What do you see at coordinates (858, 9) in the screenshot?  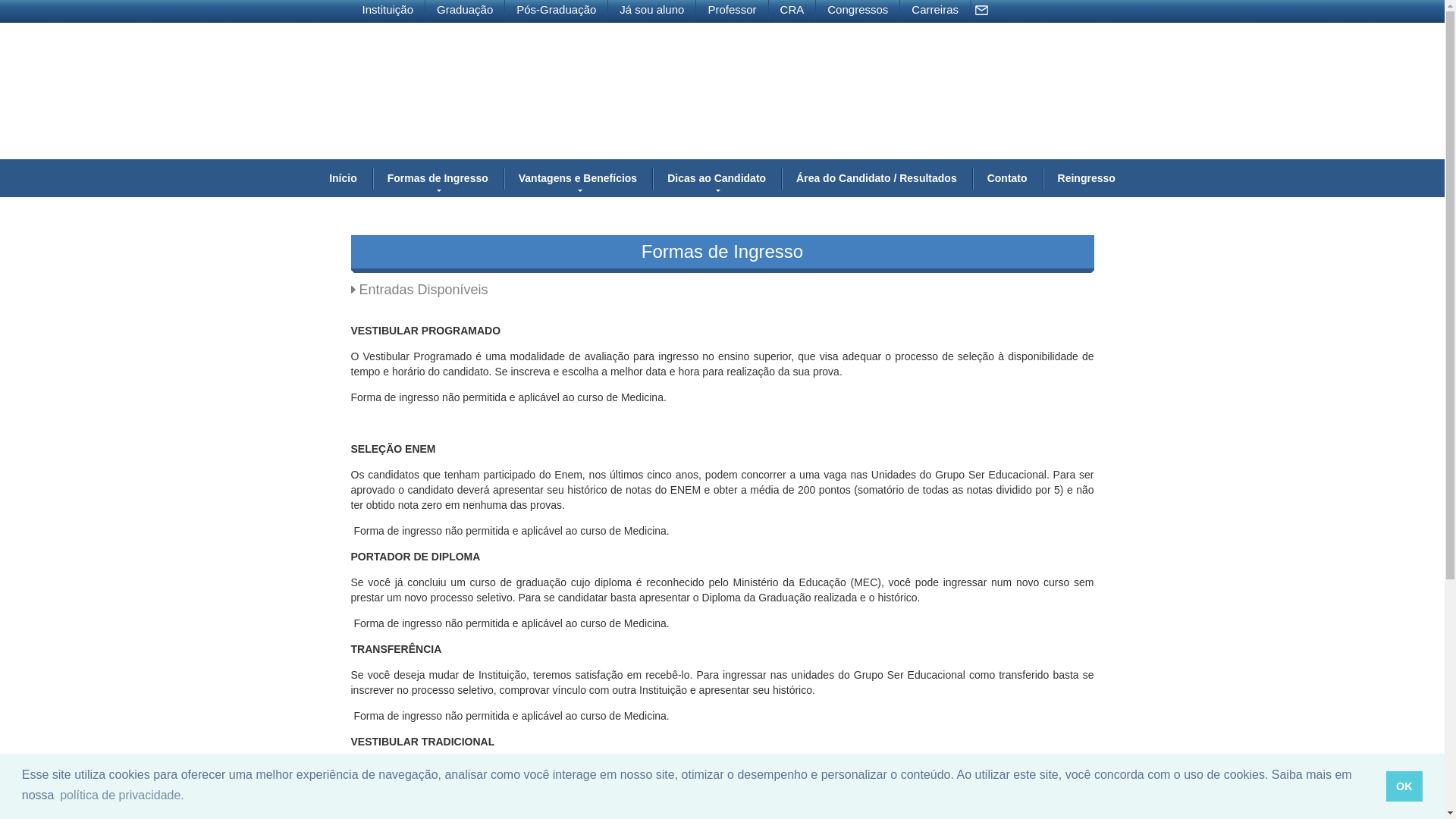 I see `'Congressos'` at bounding box center [858, 9].